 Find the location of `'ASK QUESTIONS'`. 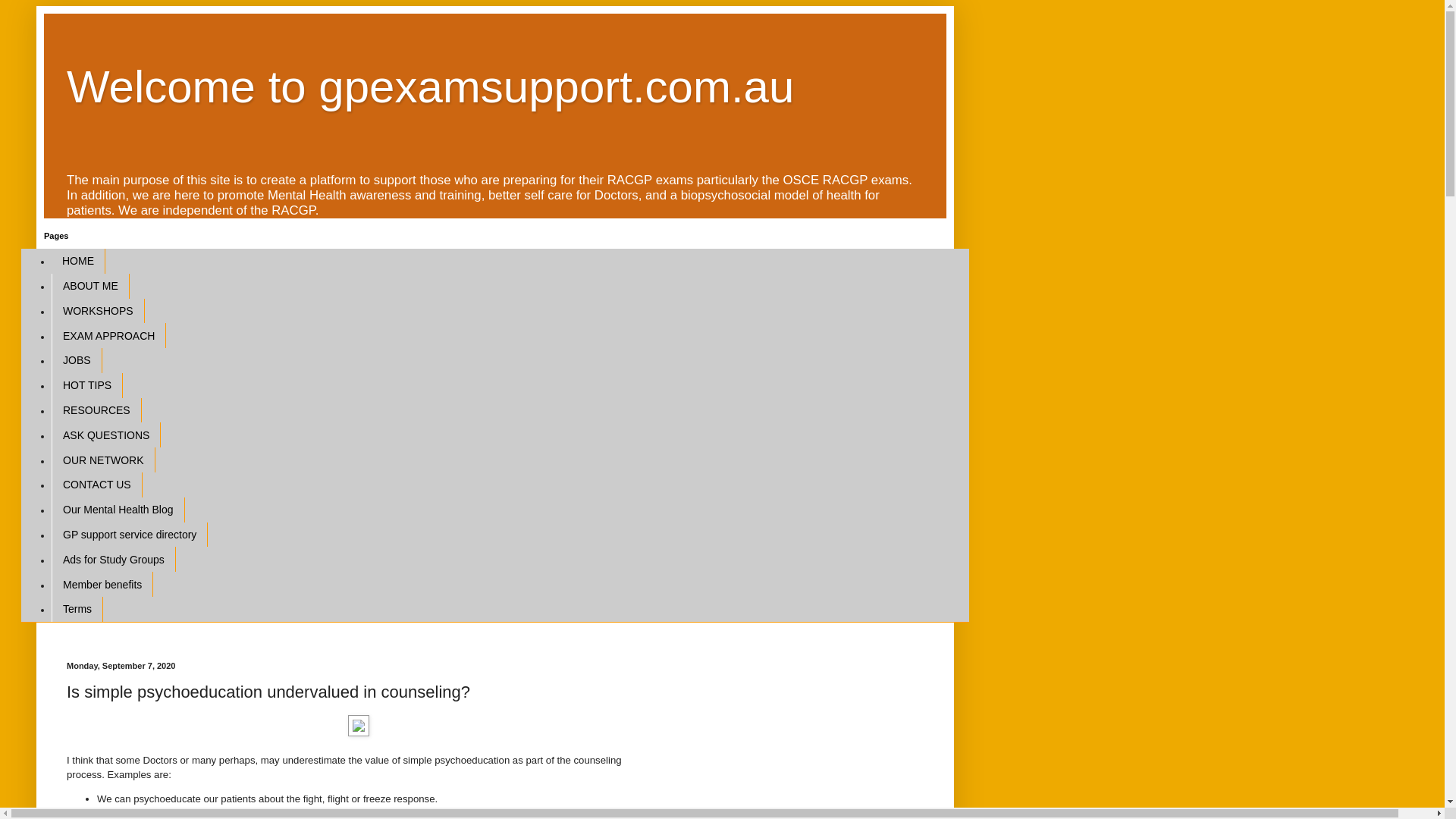

'ASK QUESTIONS' is located at coordinates (105, 435).